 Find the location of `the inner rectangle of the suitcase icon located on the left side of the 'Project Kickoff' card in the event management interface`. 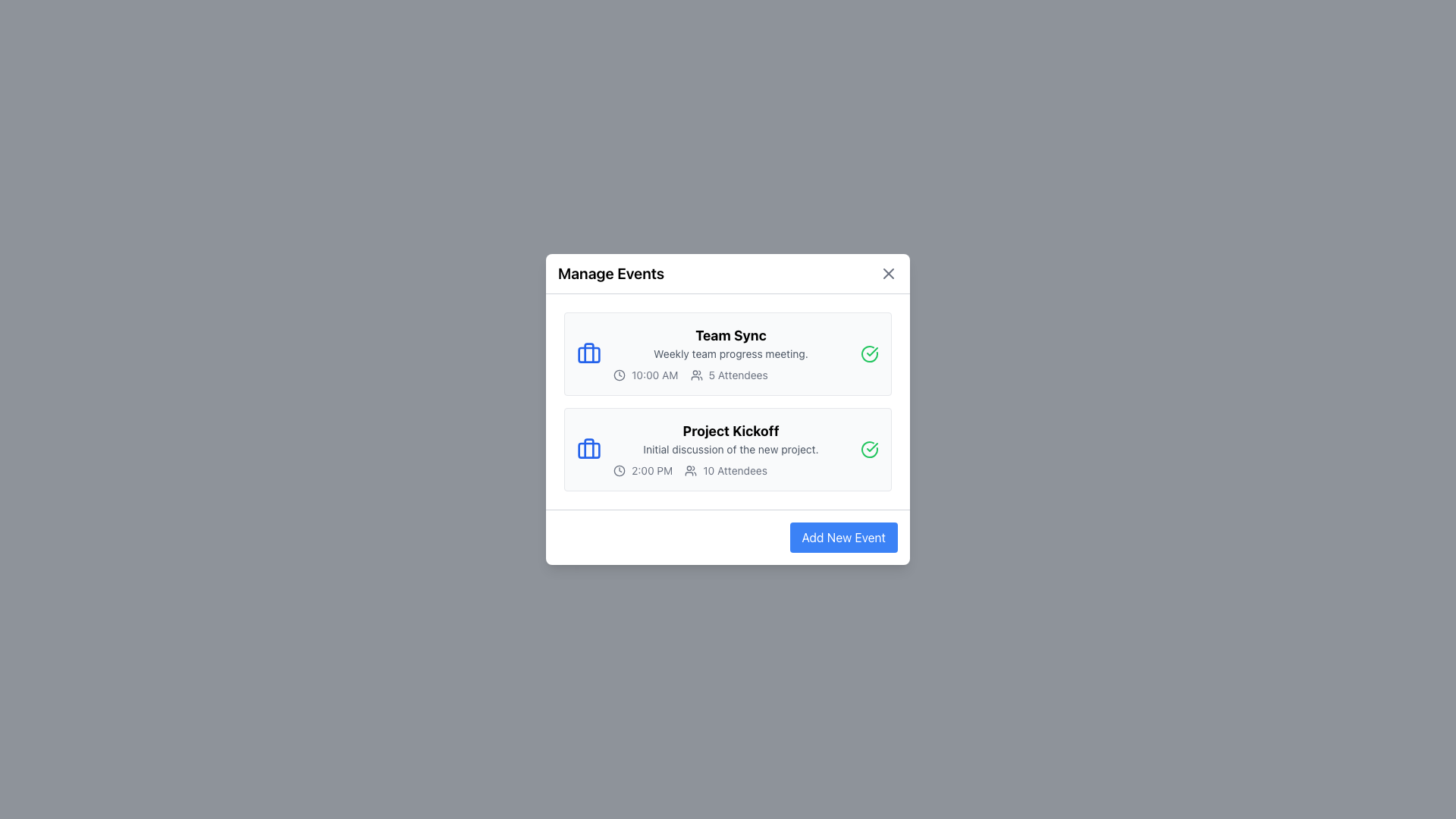

the inner rectangle of the suitcase icon located on the left side of the 'Project Kickoff' card in the event management interface is located at coordinates (588, 450).